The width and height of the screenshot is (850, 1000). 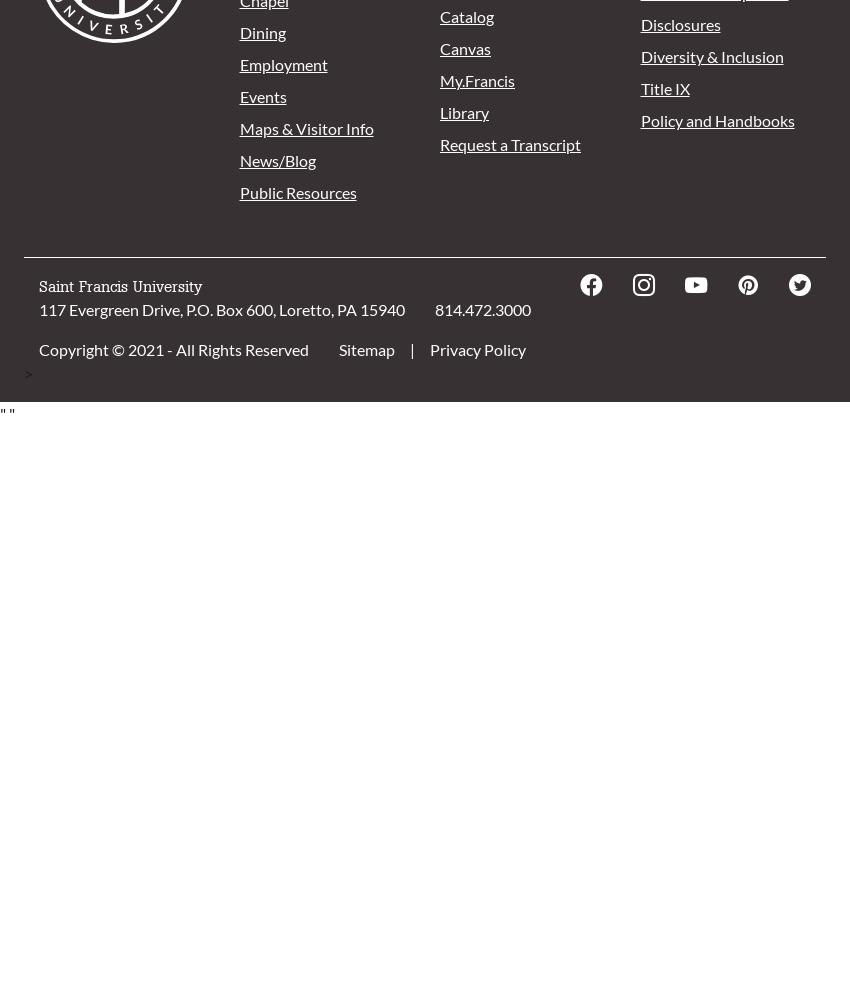 What do you see at coordinates (410, 348) in the screenshot?
I see `'|'` at bounding box center [410, 348].